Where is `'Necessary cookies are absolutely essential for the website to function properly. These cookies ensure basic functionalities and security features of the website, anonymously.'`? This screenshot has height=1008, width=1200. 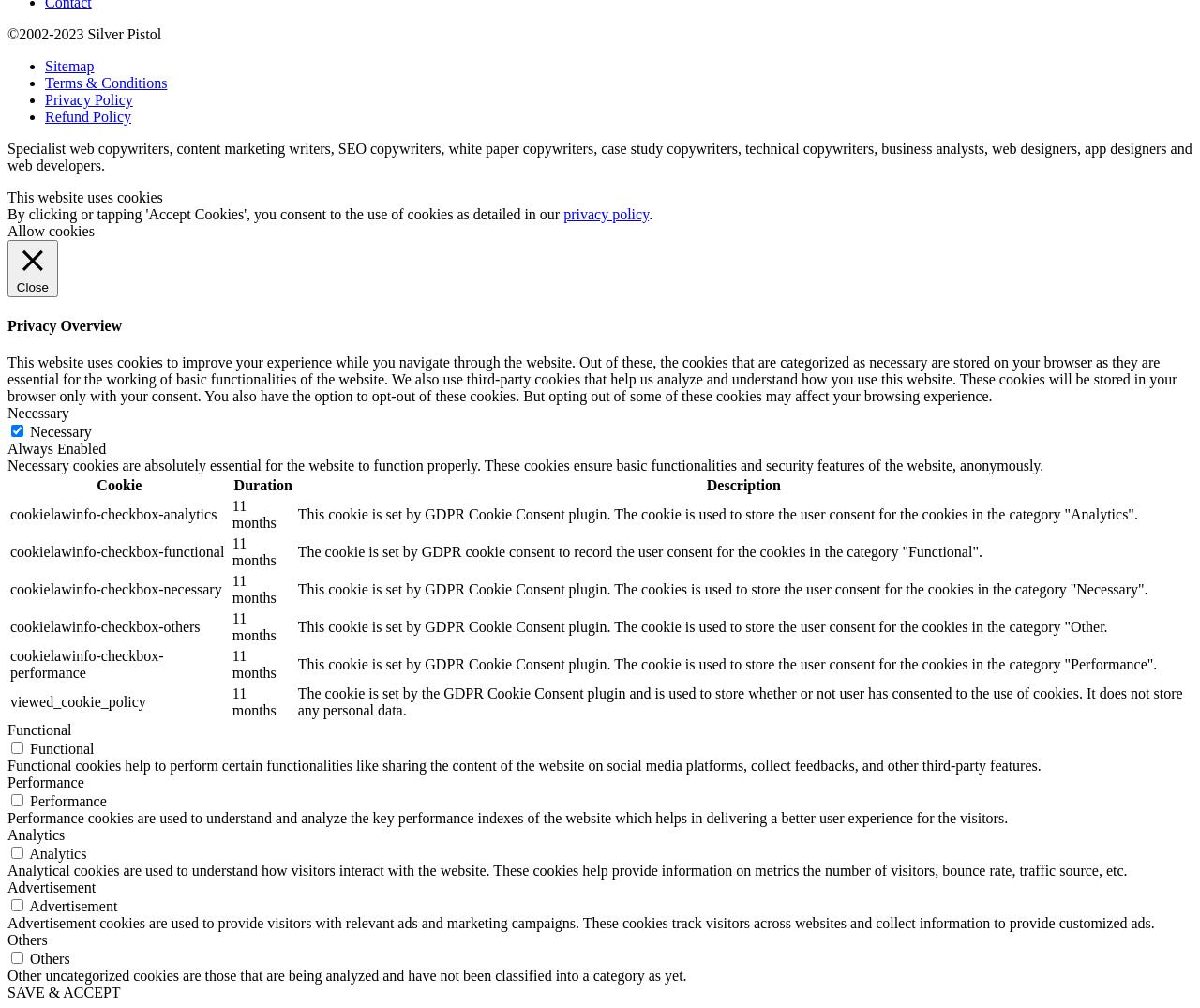
'Necessary cookies are absolutely essential for the website to function properly. These cookies ensure basic functionalities and security features of the website, anonymously.' is located at coordinates (525, 464).